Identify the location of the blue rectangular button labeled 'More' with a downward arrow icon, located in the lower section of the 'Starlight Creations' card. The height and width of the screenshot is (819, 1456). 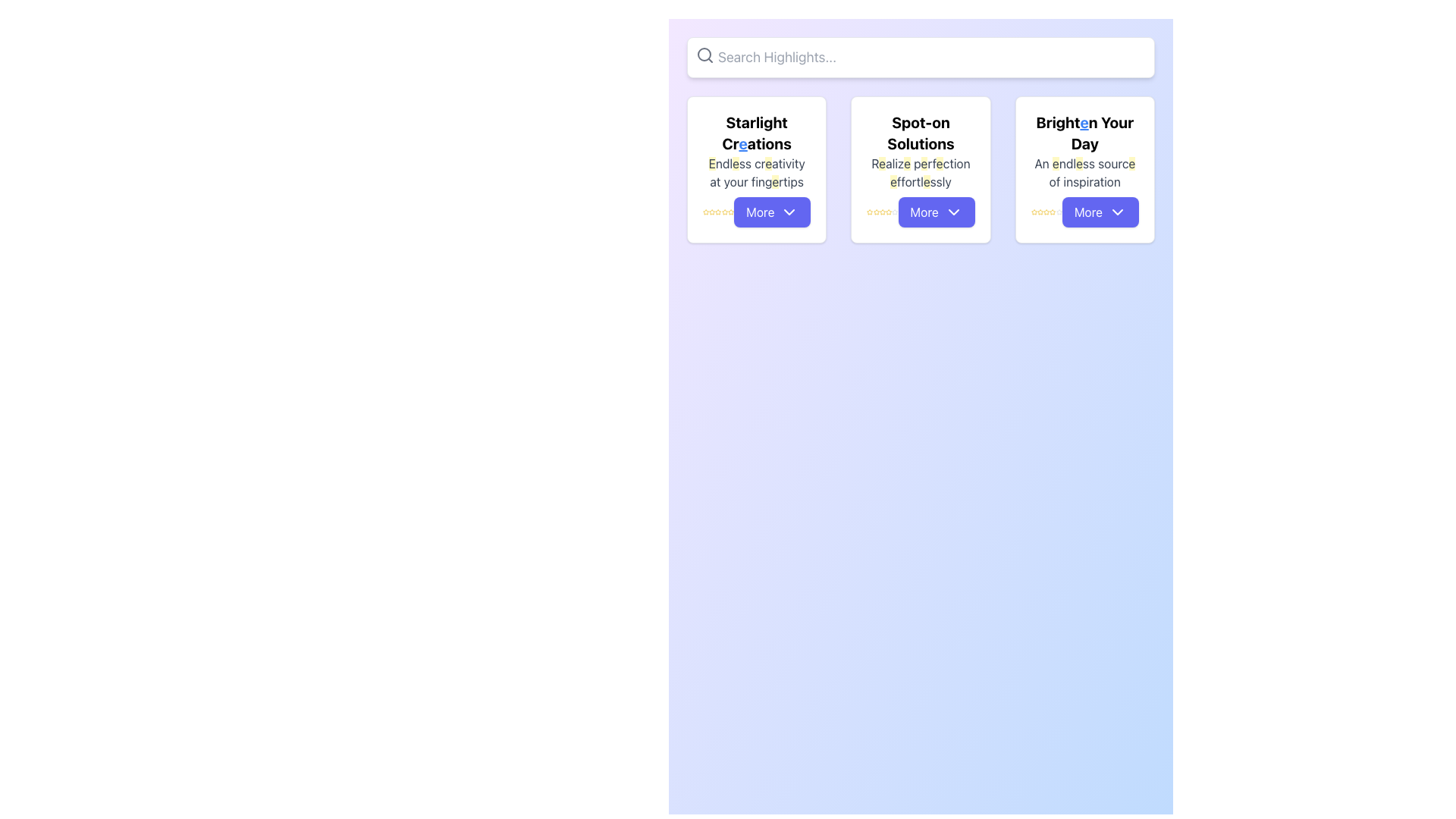
(757, 212).